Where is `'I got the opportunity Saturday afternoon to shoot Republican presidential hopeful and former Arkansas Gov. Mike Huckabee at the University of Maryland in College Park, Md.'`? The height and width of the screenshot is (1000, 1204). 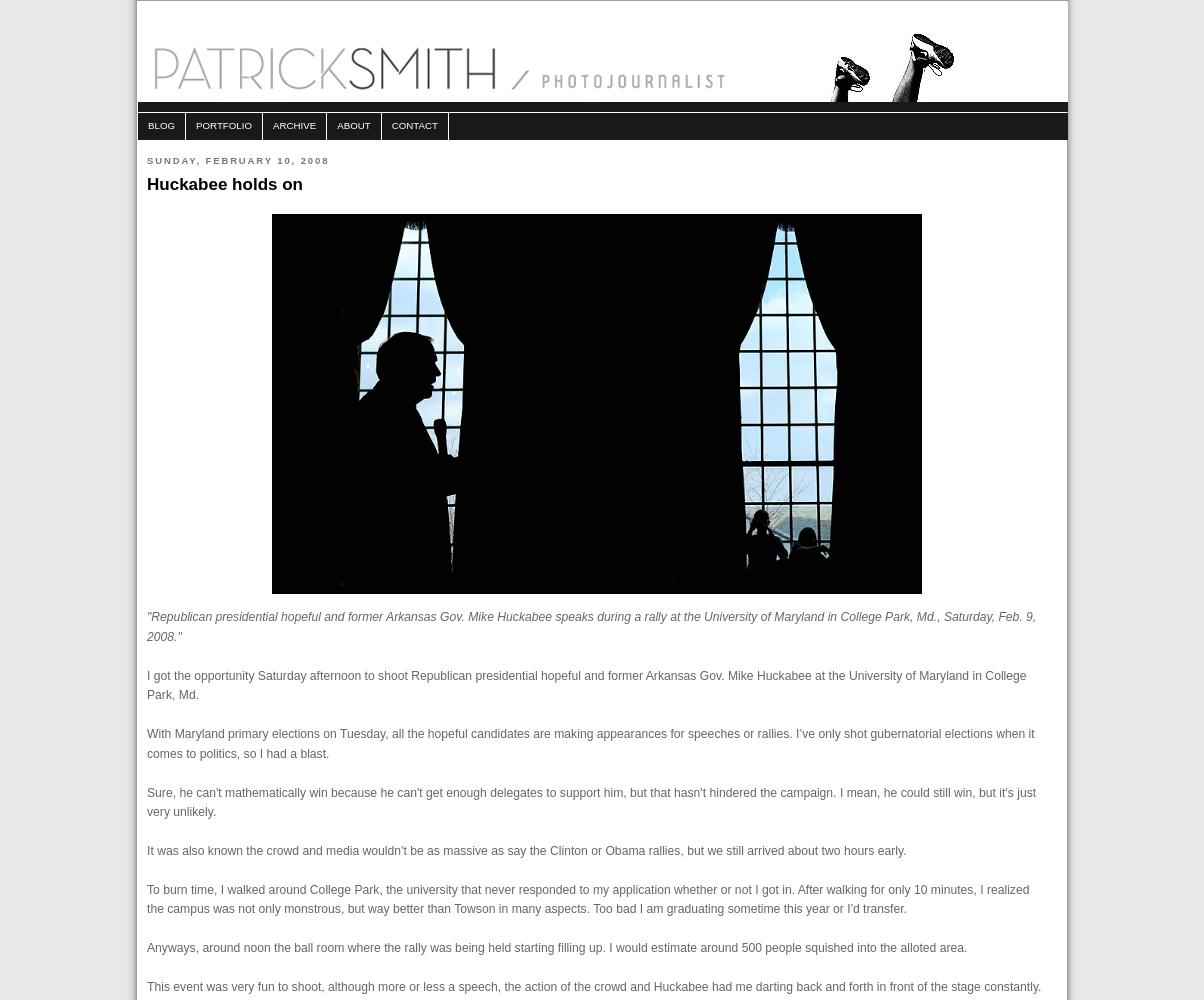 'I got the opportunity Saturday afternoon to shoot Republican presidential hopeful and former Arkansas Gov. Mike Huckabee at the University of Maryland in College Park, Md.' is located at coordinates (586, 685).